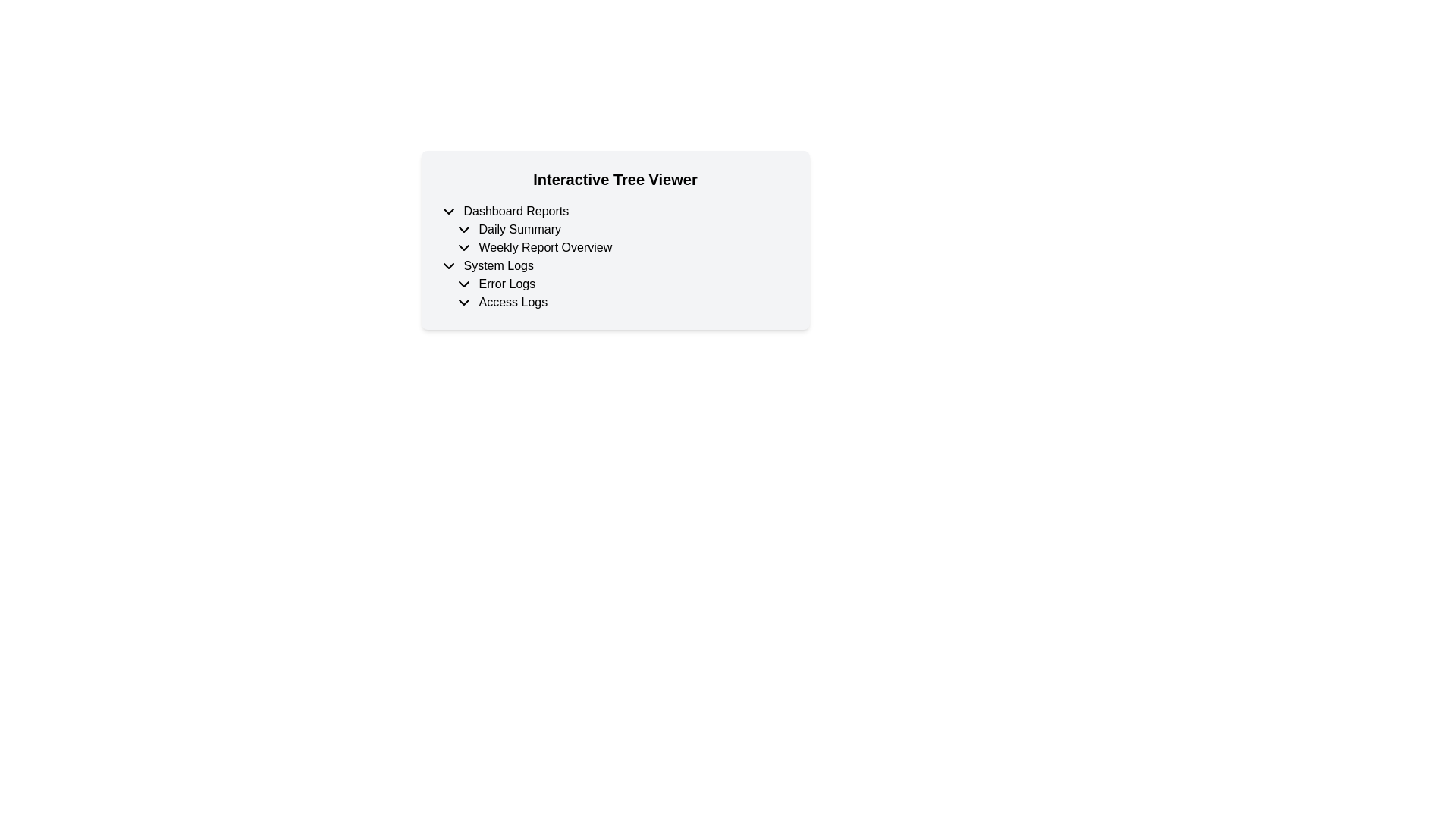  Describe the element at coordinates (447, 265) in the screenshot. I see `the chevron icon to the left of the 'System Logs' label` at that location.